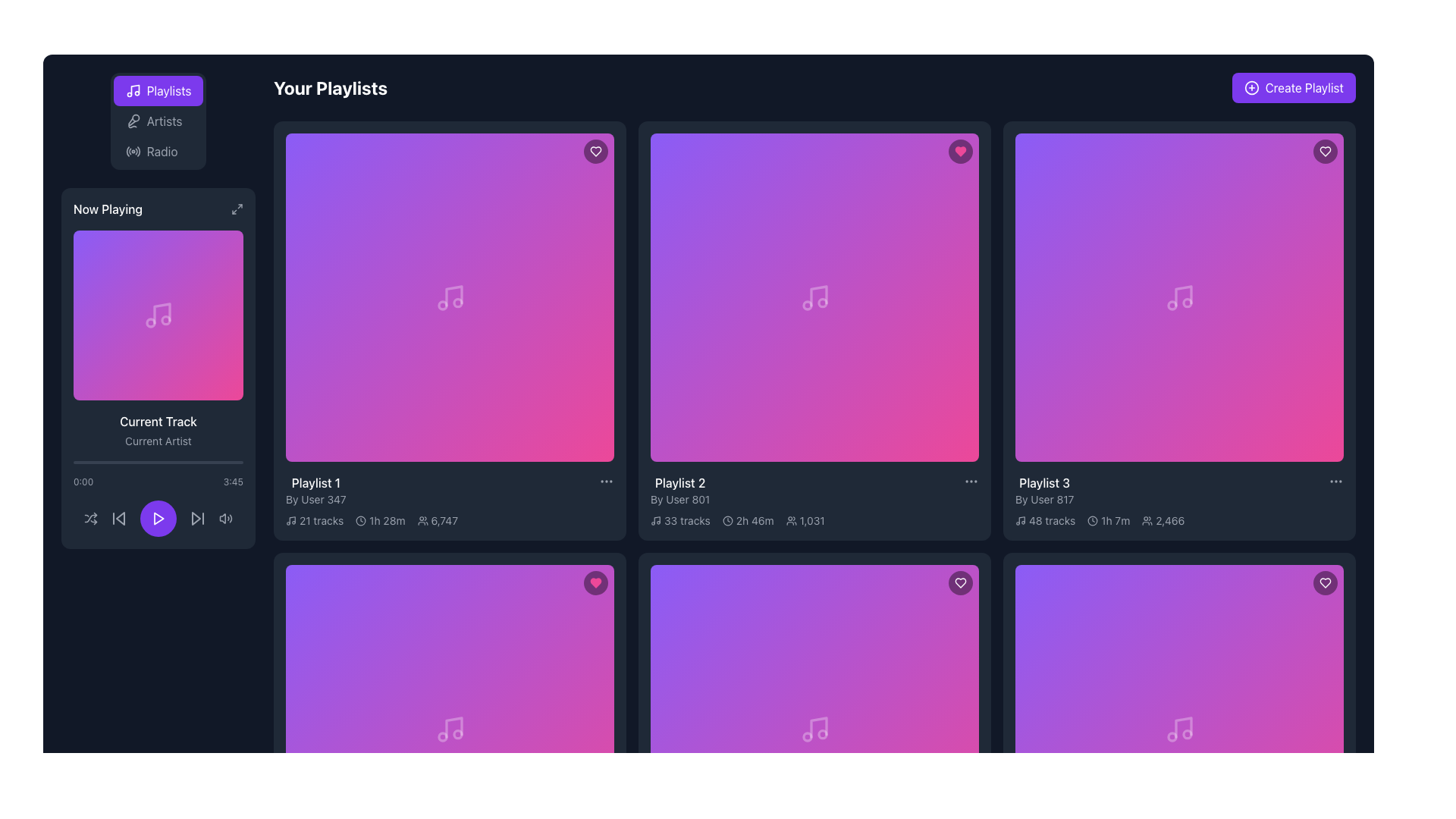 This screenshot has width=1456, height=819. I want to click on the shuffle play button located at the bottom-left corner of the application interface, which is the first icon from the left in the playback controls bar, so click(90, 517).